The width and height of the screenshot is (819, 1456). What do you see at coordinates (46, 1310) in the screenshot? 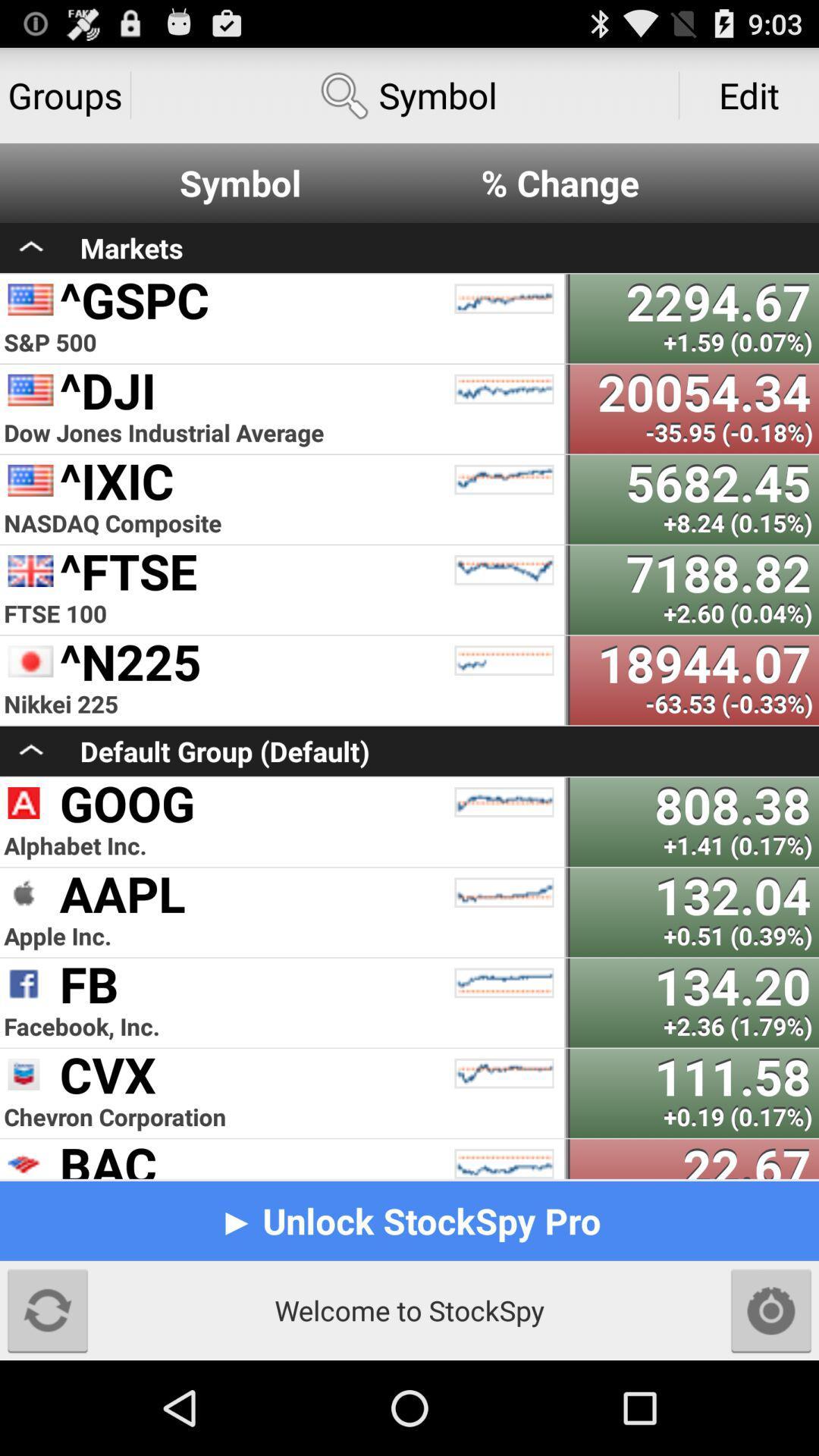
I see `refresh` at bounding box center [46, 1310].